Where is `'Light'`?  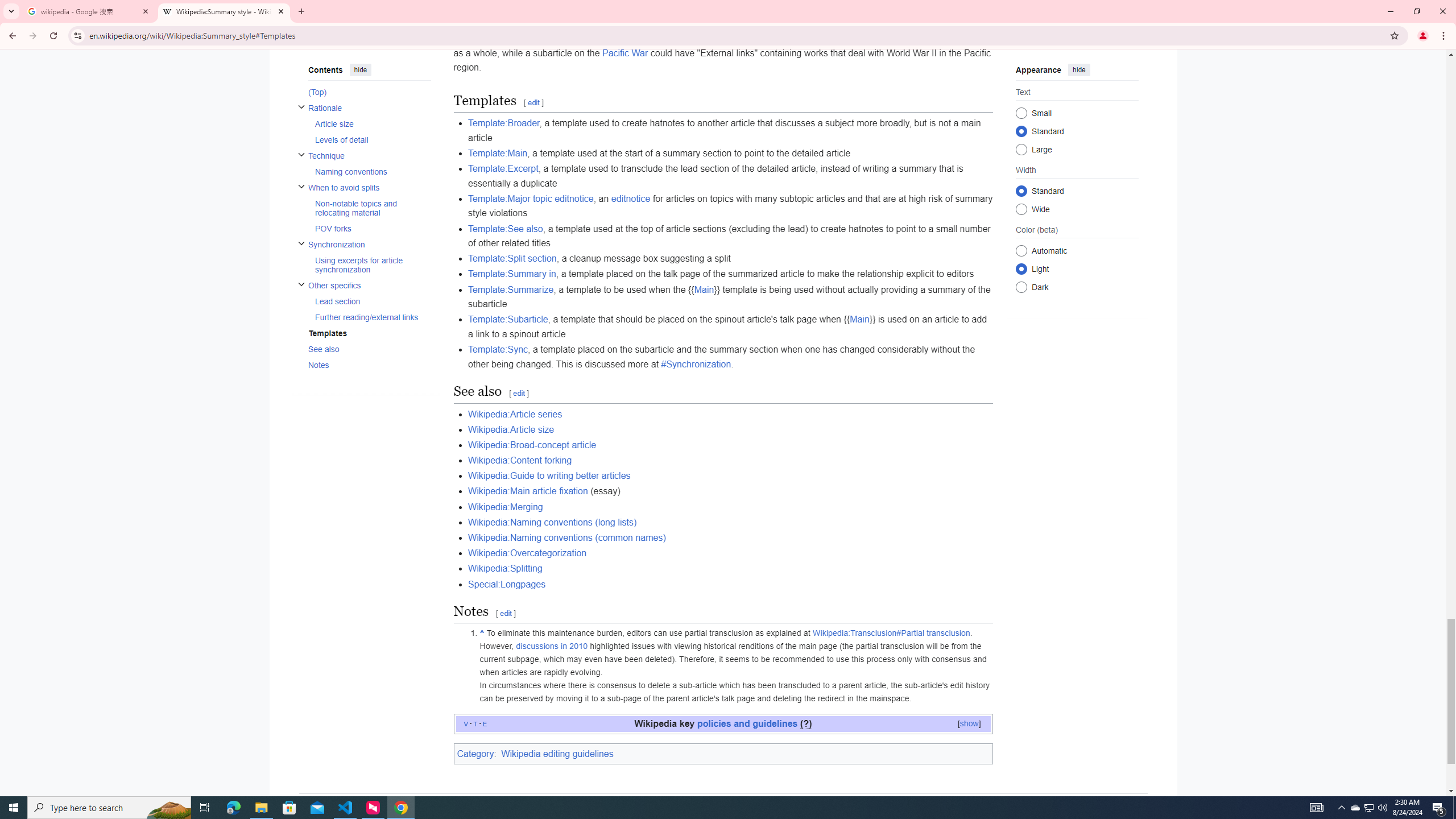 'Light' is located at coordinates (1020, 268).